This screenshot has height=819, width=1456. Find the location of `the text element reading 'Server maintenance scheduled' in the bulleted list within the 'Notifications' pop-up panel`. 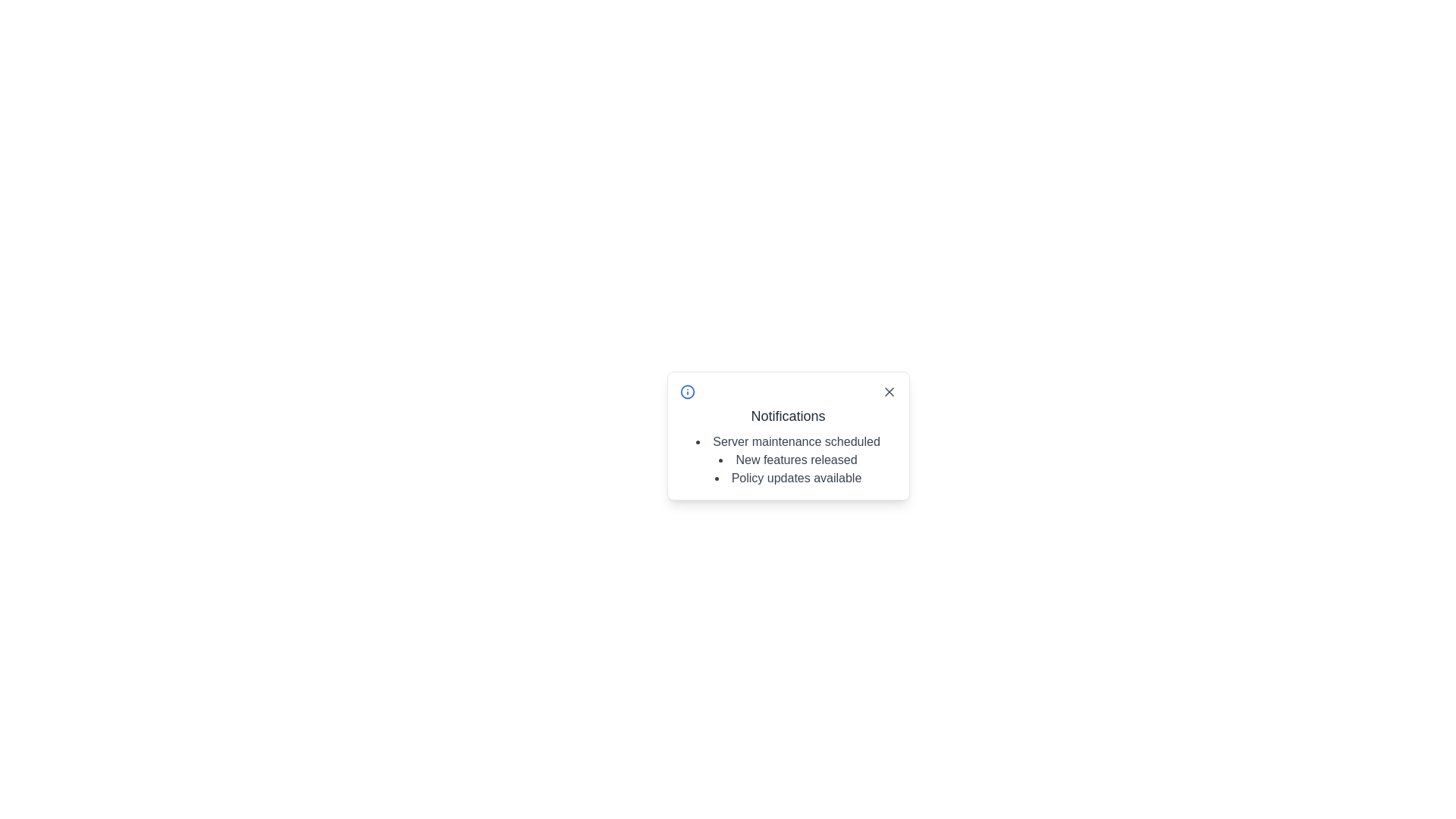

the text element reading 'Server maintenance scheduled' in the bulleted list within the 'Notifications' pop-up panel is located at coordinates (788, 441).